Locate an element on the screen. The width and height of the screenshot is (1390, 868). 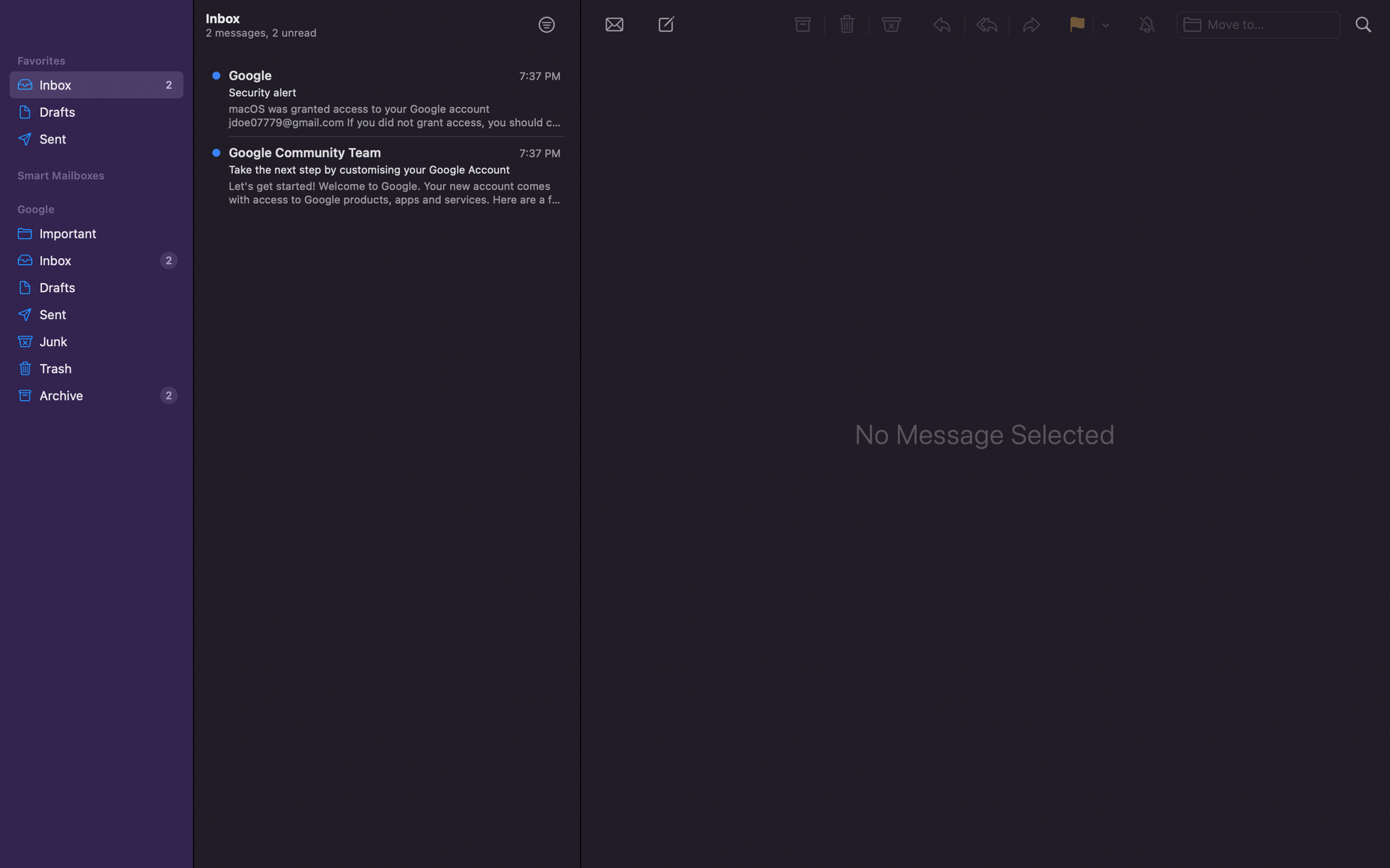
the color of the flag is located at coordinates (1105, 25).